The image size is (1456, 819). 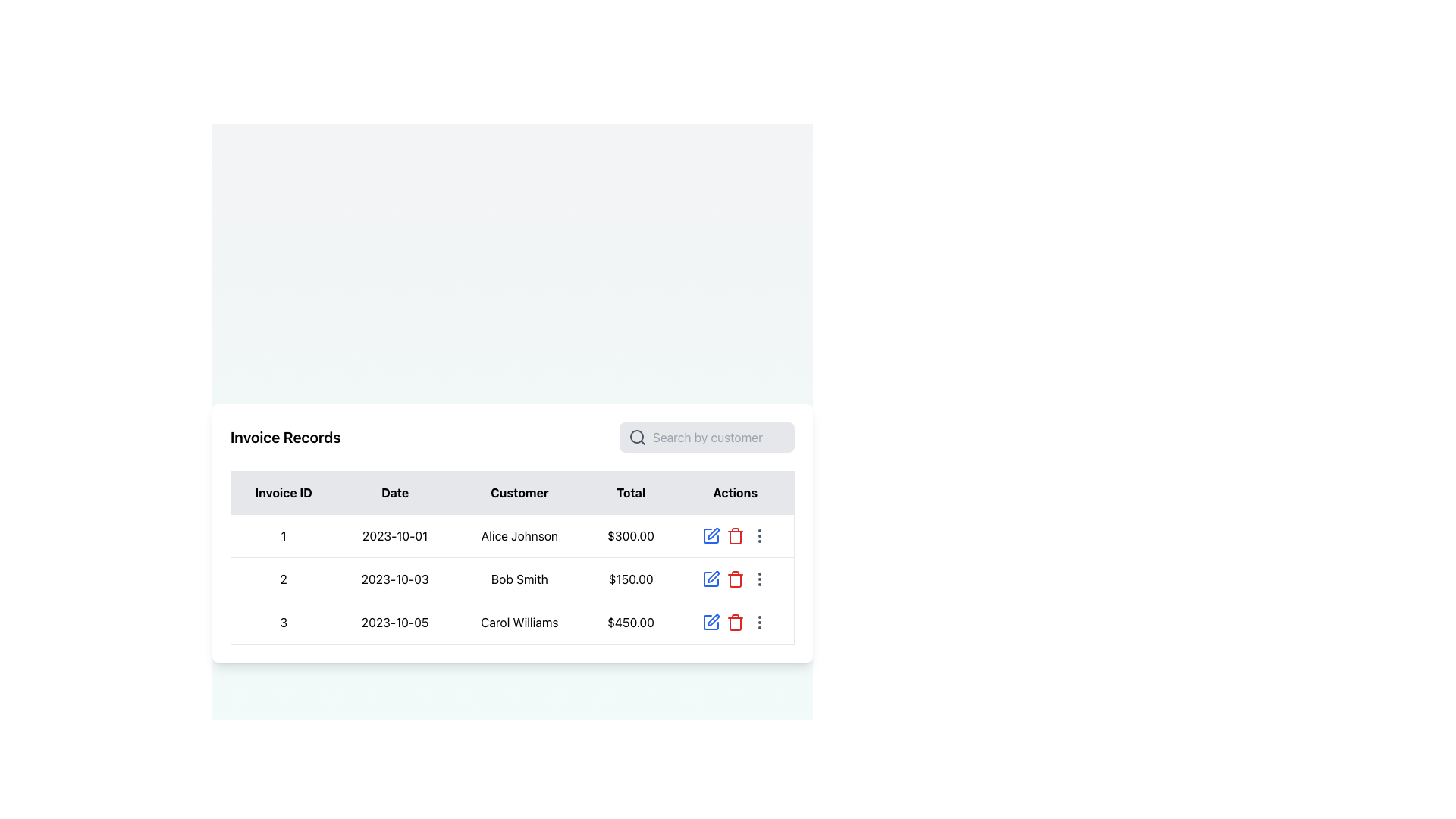 What do you see at coordinates (735, 535) in the screenshot?
I see `the red trash bin icon located in the 'Actions' column` at bounding box center [735, 535].